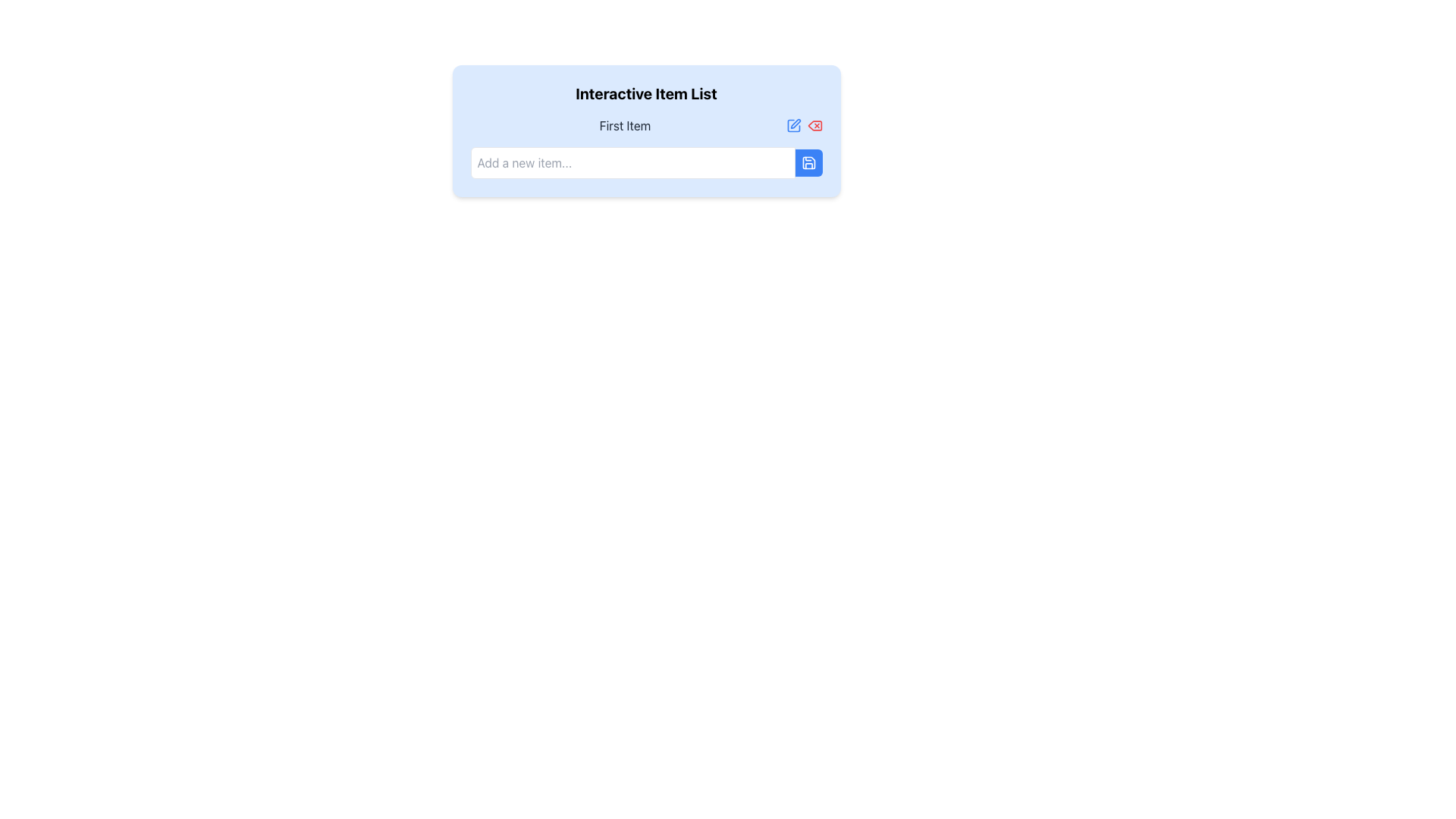 The height and width of the screenshot is (819, 1456). What do you see at coordinates (792, 124) in the screenshot?
I see `the blue edit icon resembling a pencil located to the right of the 'First Item' text to initiate editing` at bounding box center [792, 124].